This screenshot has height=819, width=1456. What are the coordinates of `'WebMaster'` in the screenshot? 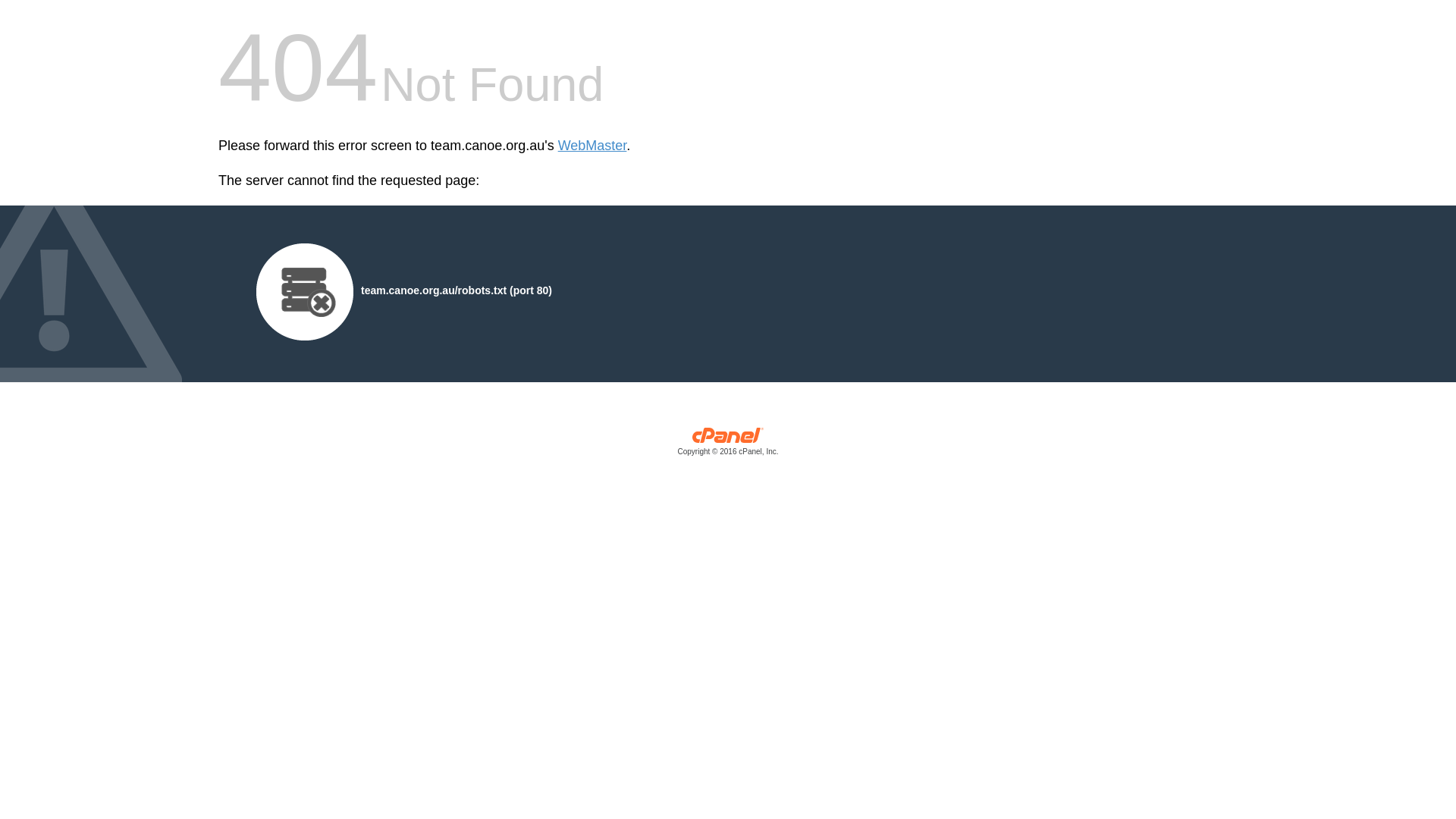 It's located at (557, 146).